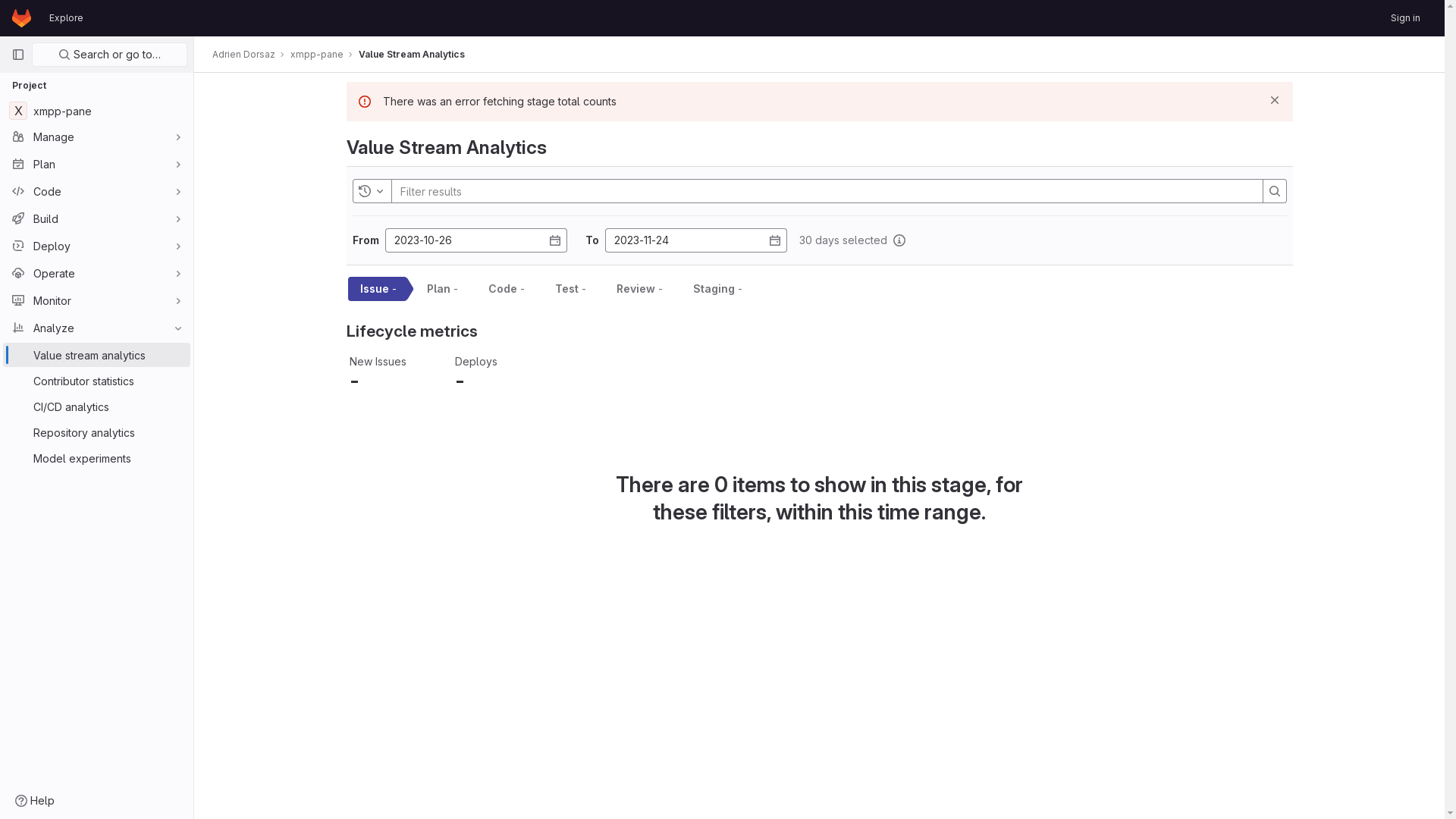  Describe the element at coordinates (315, 54) in the screenshot. I see `'xmpp-pane'` at that location.